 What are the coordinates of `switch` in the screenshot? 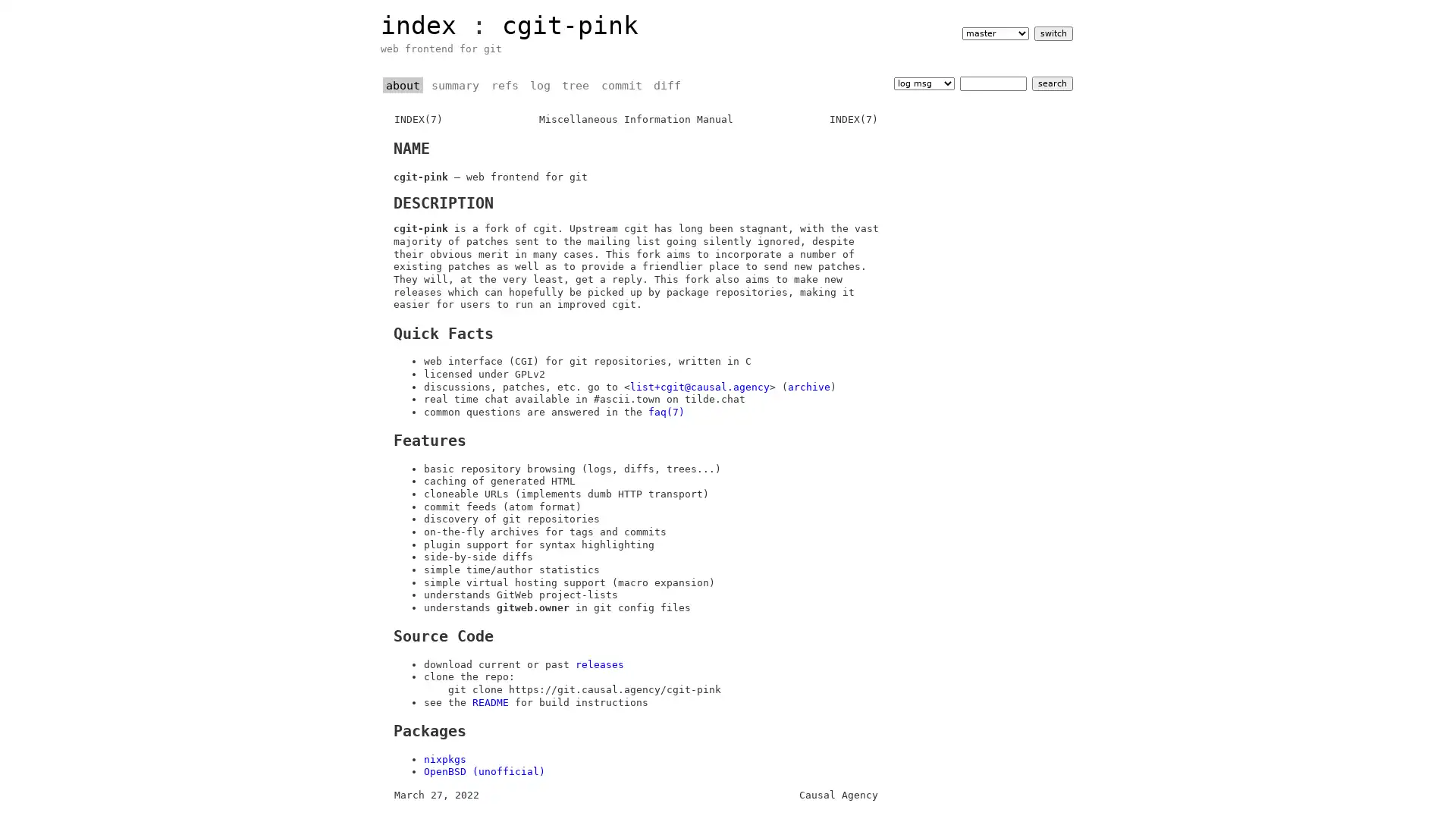 It's located at (1052, 33).